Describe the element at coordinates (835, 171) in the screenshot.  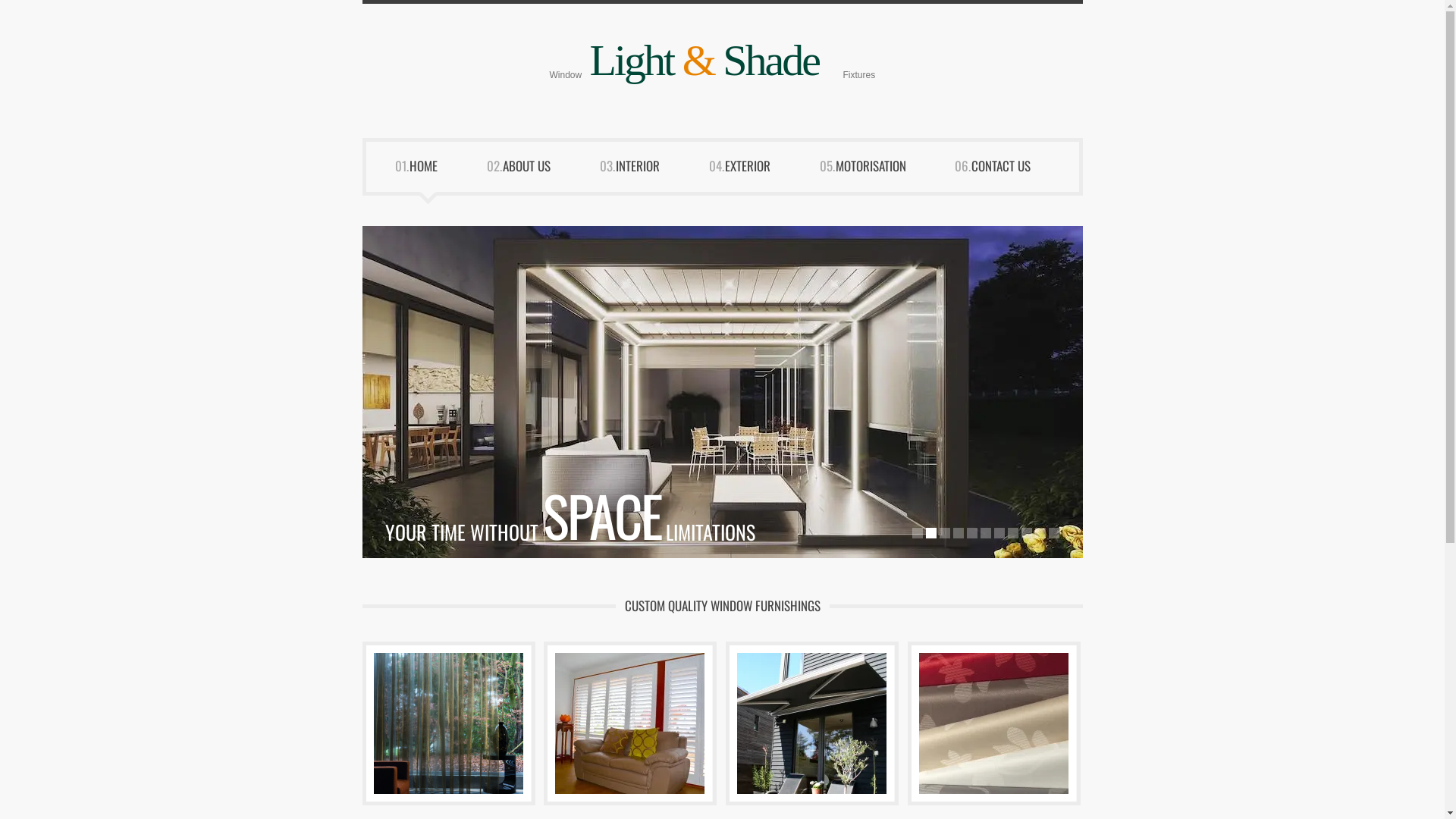
I see `'MOTORISATION'` at that location.